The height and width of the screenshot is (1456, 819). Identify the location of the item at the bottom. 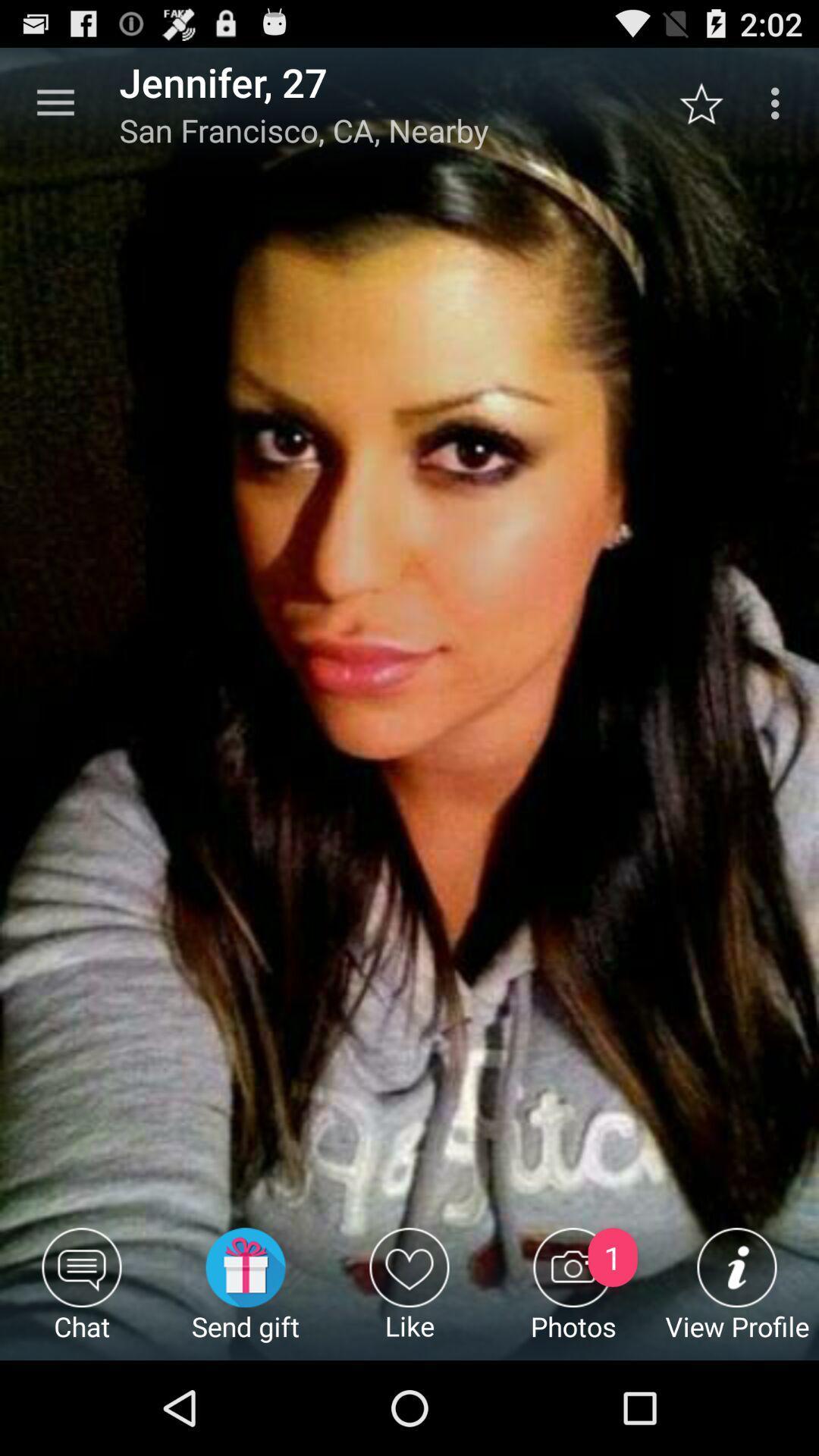
(409, 1293).